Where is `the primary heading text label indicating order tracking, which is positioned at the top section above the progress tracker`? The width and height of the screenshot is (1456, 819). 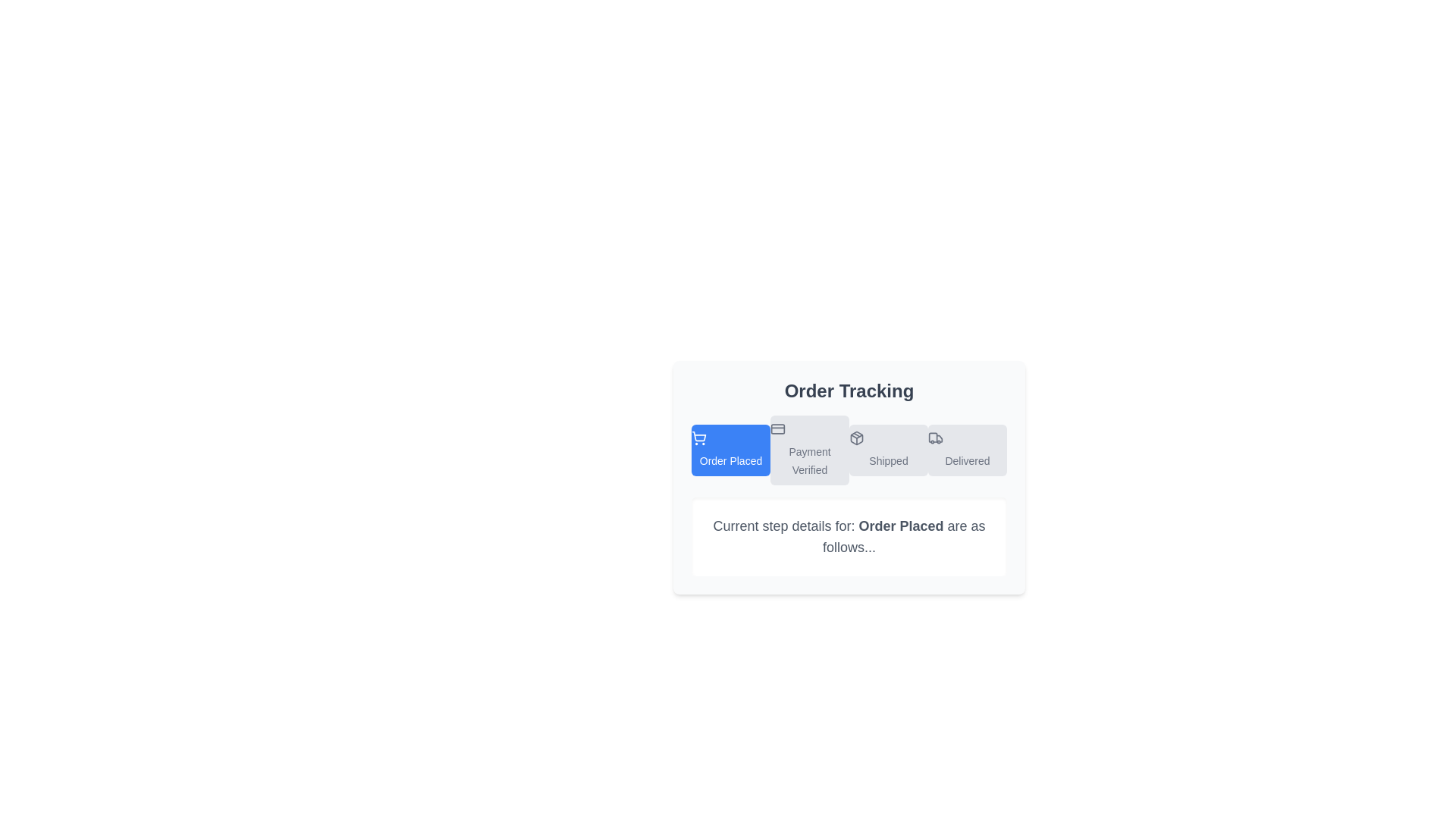
the primary heading text label indicating order tracking, which is positioned at the top section above the progress tracker is located at coordinates (848, 391).